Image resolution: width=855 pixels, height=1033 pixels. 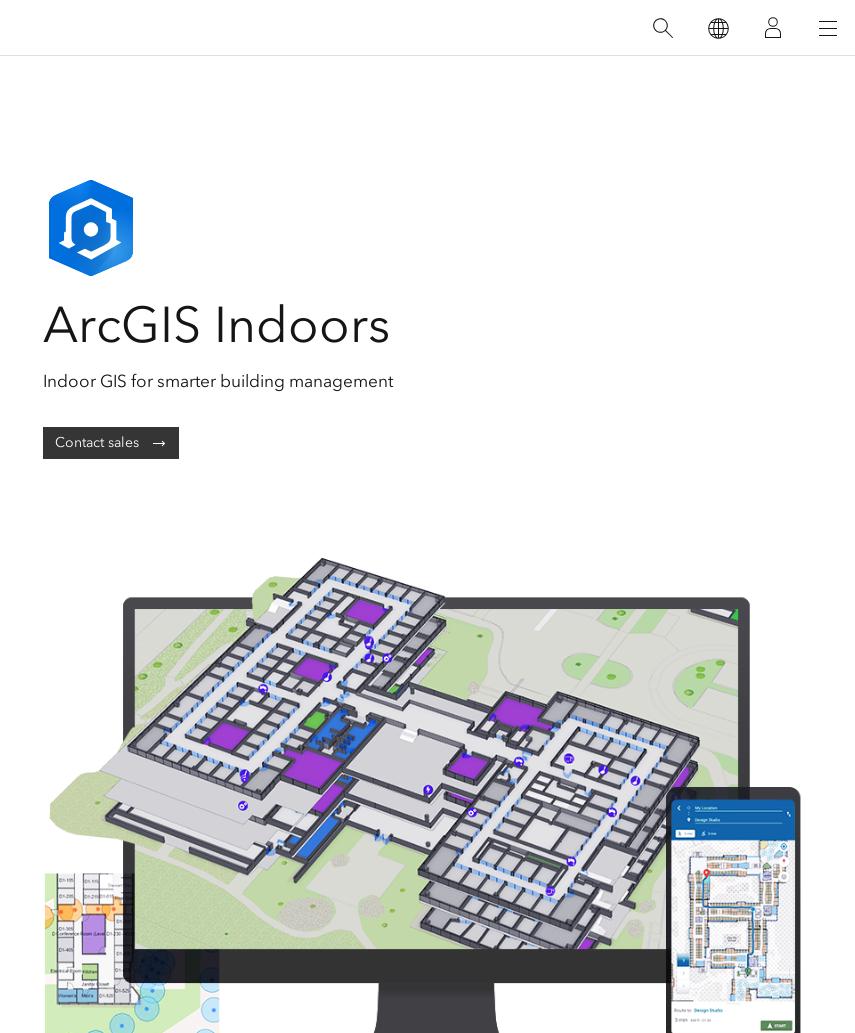 What do you see at coordinates (426, 519) in the screenshot?
I see `'Support'` at bounding box center [426, 519].